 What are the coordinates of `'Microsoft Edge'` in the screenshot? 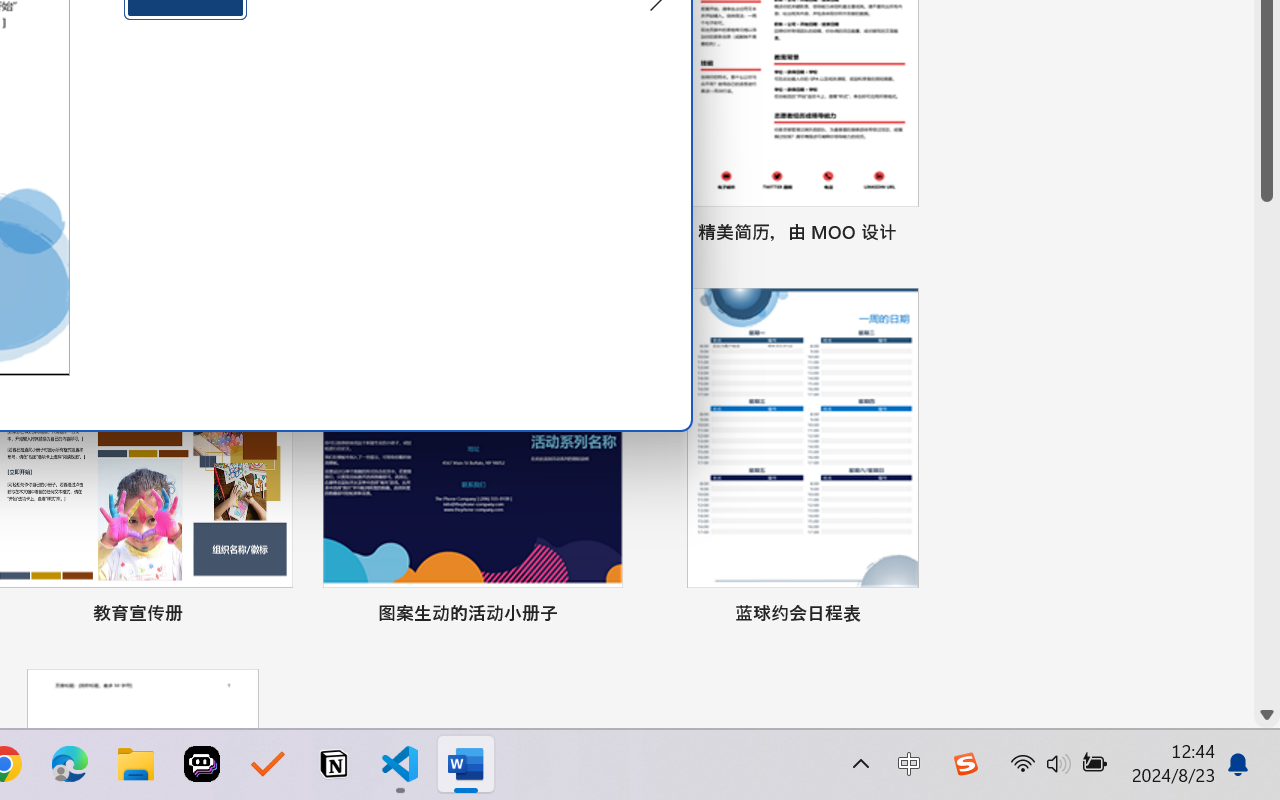 It's located at (69, 764).